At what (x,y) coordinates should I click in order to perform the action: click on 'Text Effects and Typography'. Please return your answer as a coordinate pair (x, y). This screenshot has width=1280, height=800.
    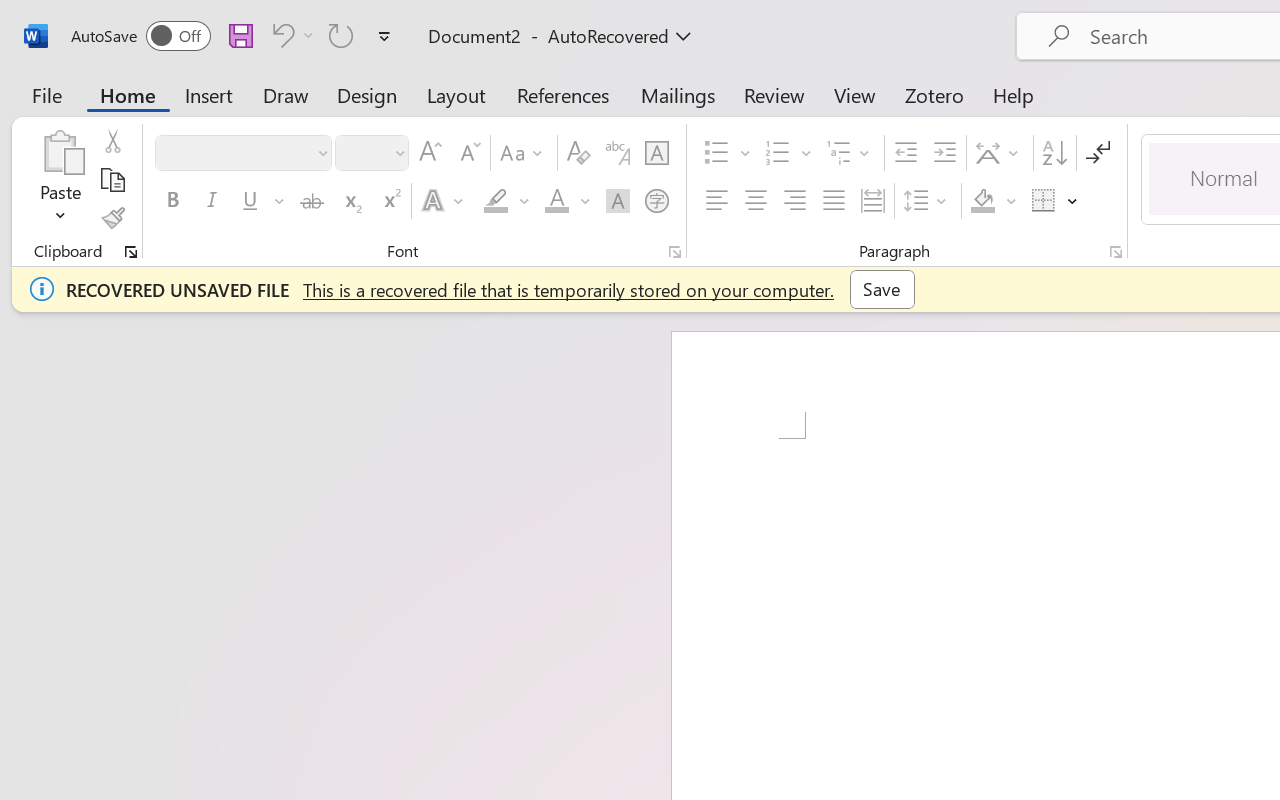
    Looking at the image, I should click on (443, 201).